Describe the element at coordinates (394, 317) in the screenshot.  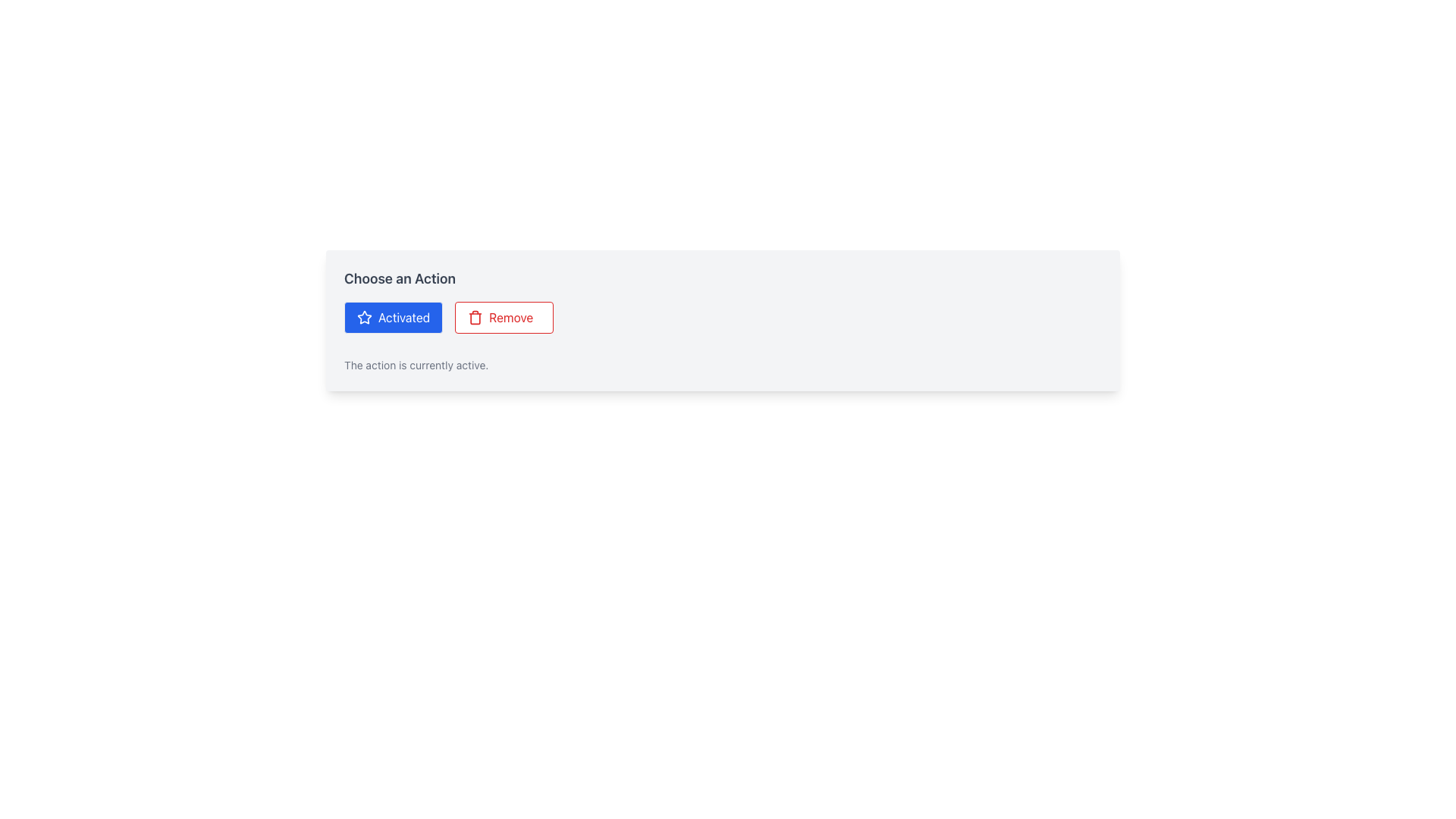
I see `the 'Activated' button, which is a rectangular button with a blue background and white text, located under the 'Choose an Action' label` at that location.